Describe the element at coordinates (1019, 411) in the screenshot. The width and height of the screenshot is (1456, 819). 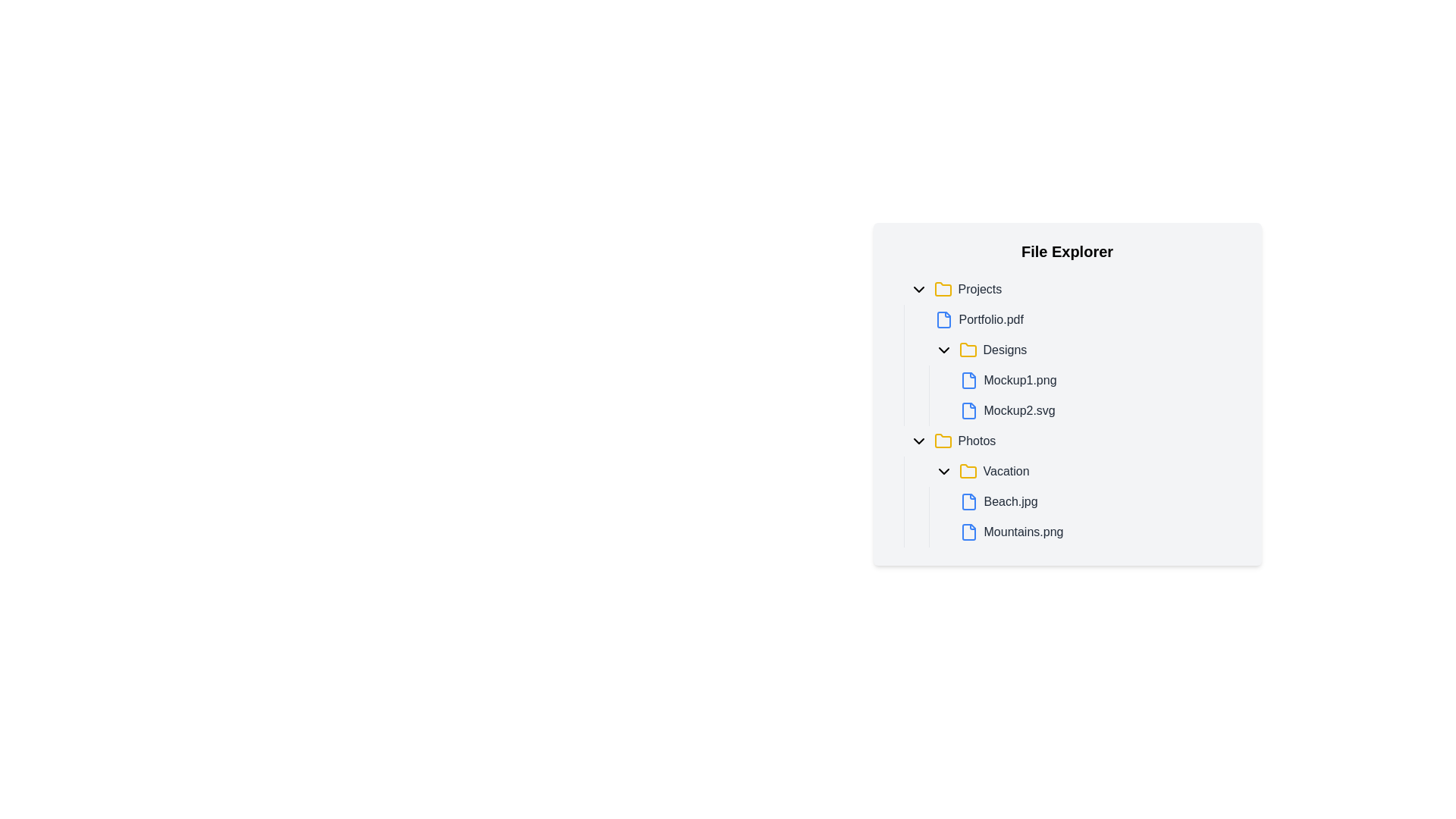
I see `the text label displaying 'Mockup2.svg' in the 'Designs' folder of the file explorer interface` at that location.